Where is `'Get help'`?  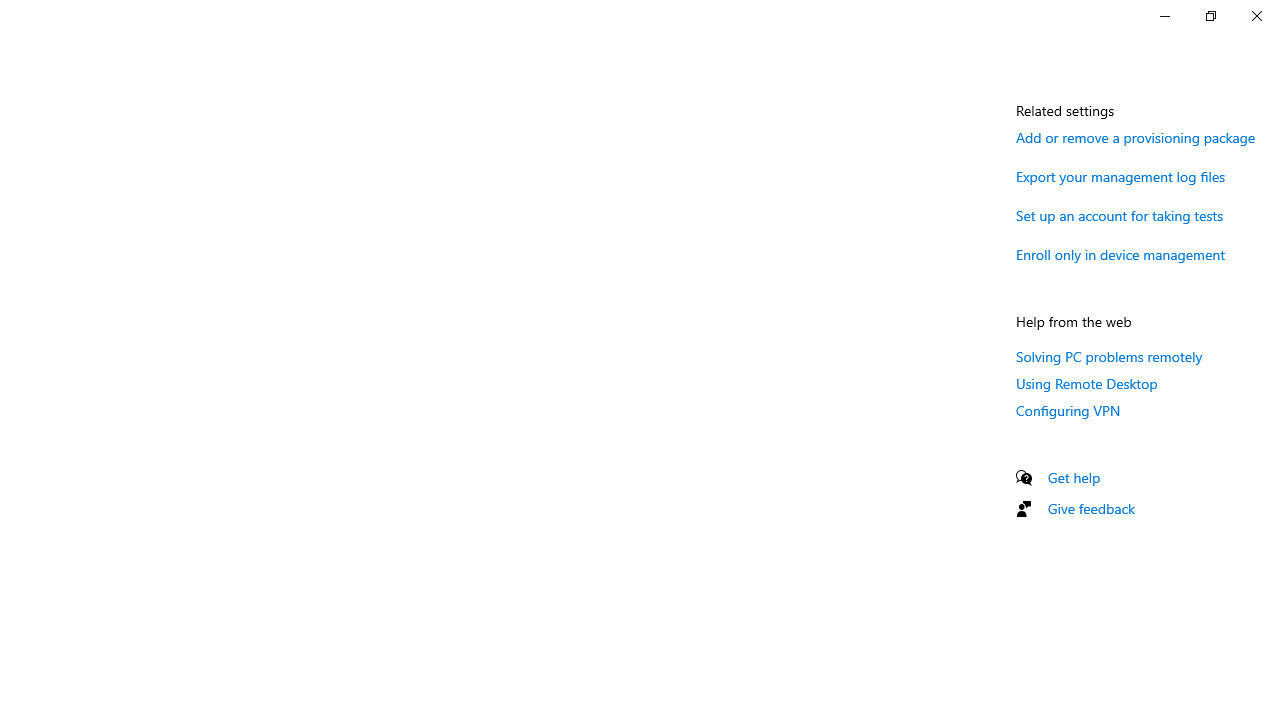 'Get help' is located at coordinates (1073, 477).